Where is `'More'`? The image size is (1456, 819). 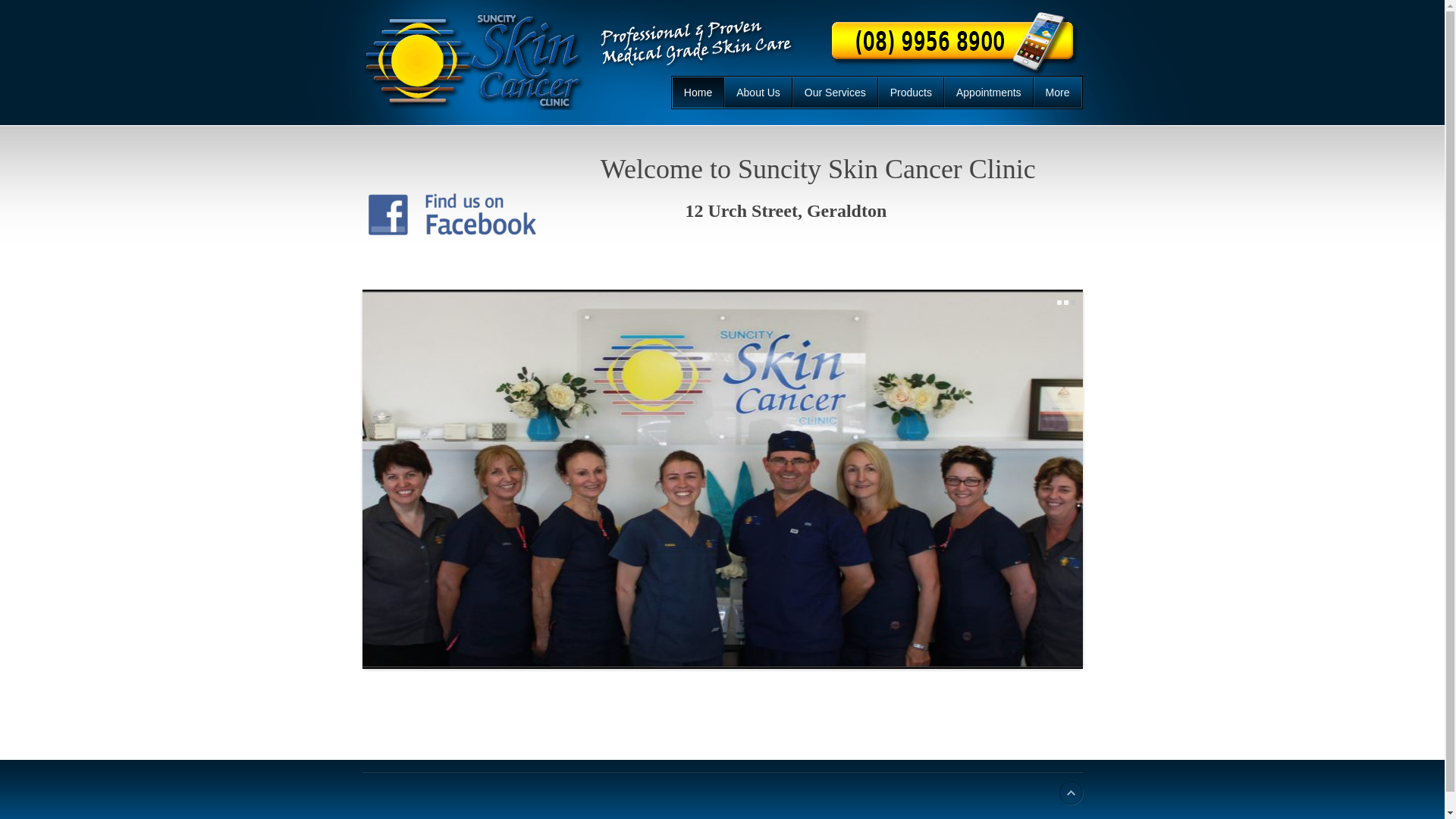
'More' is located at coordinates (1056, 93).